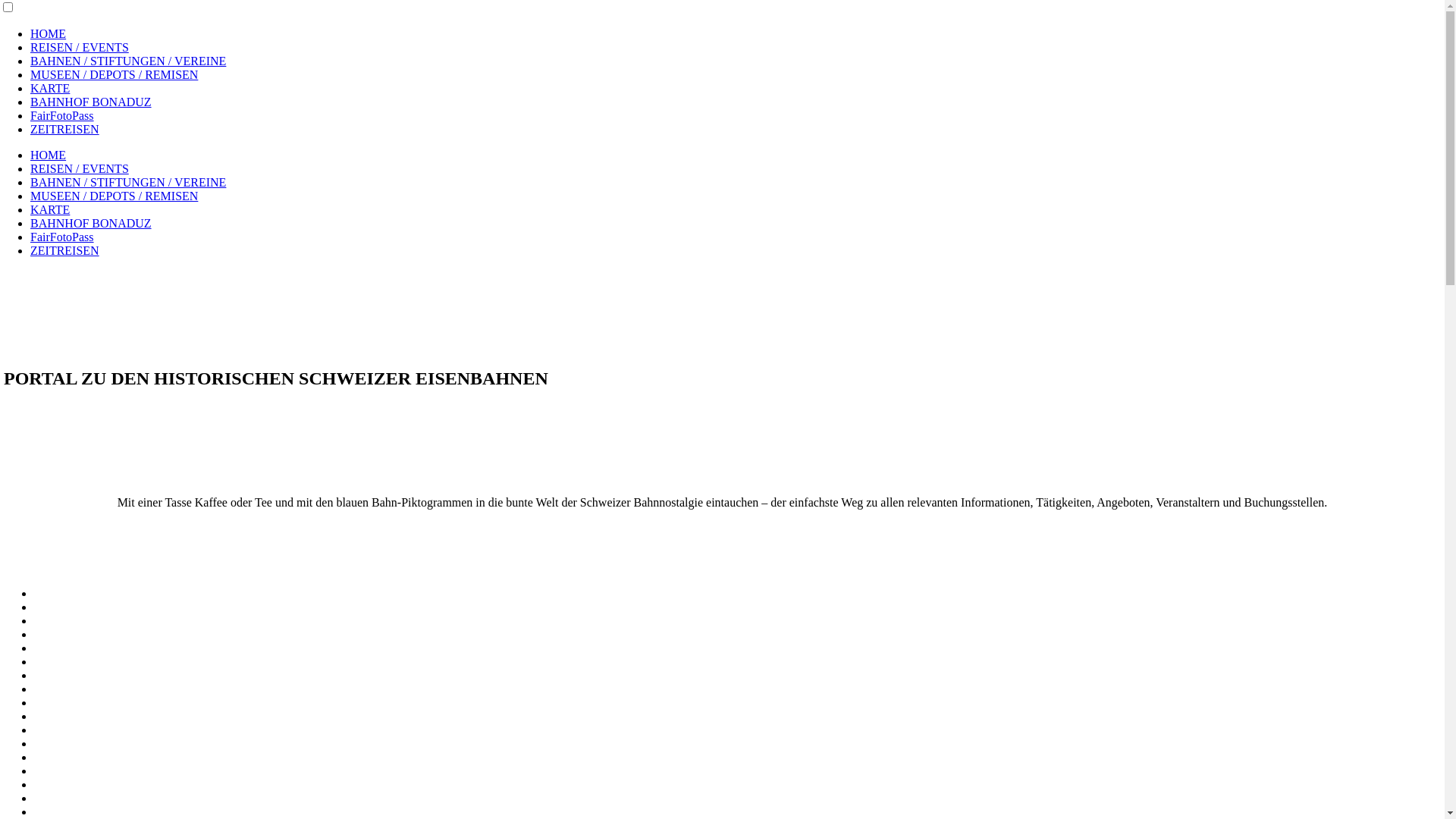 Image resolution: width=1456 pixels, height=819 pixels. I want to click on 'BAHNHOF BONADUZ', so click(90, 223).